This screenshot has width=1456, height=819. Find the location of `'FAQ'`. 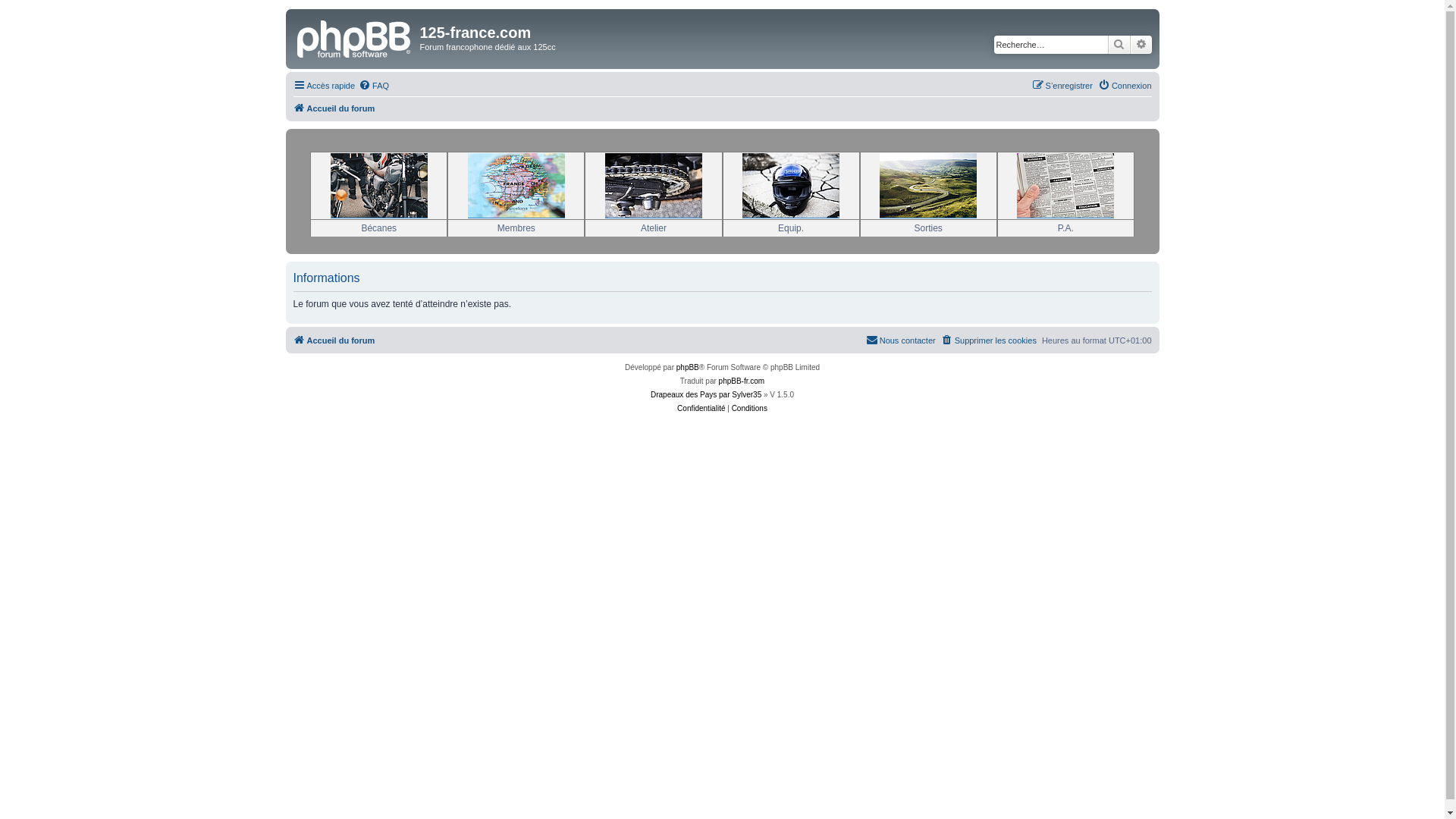

'FAQ' is located at coordinates (374, 85).